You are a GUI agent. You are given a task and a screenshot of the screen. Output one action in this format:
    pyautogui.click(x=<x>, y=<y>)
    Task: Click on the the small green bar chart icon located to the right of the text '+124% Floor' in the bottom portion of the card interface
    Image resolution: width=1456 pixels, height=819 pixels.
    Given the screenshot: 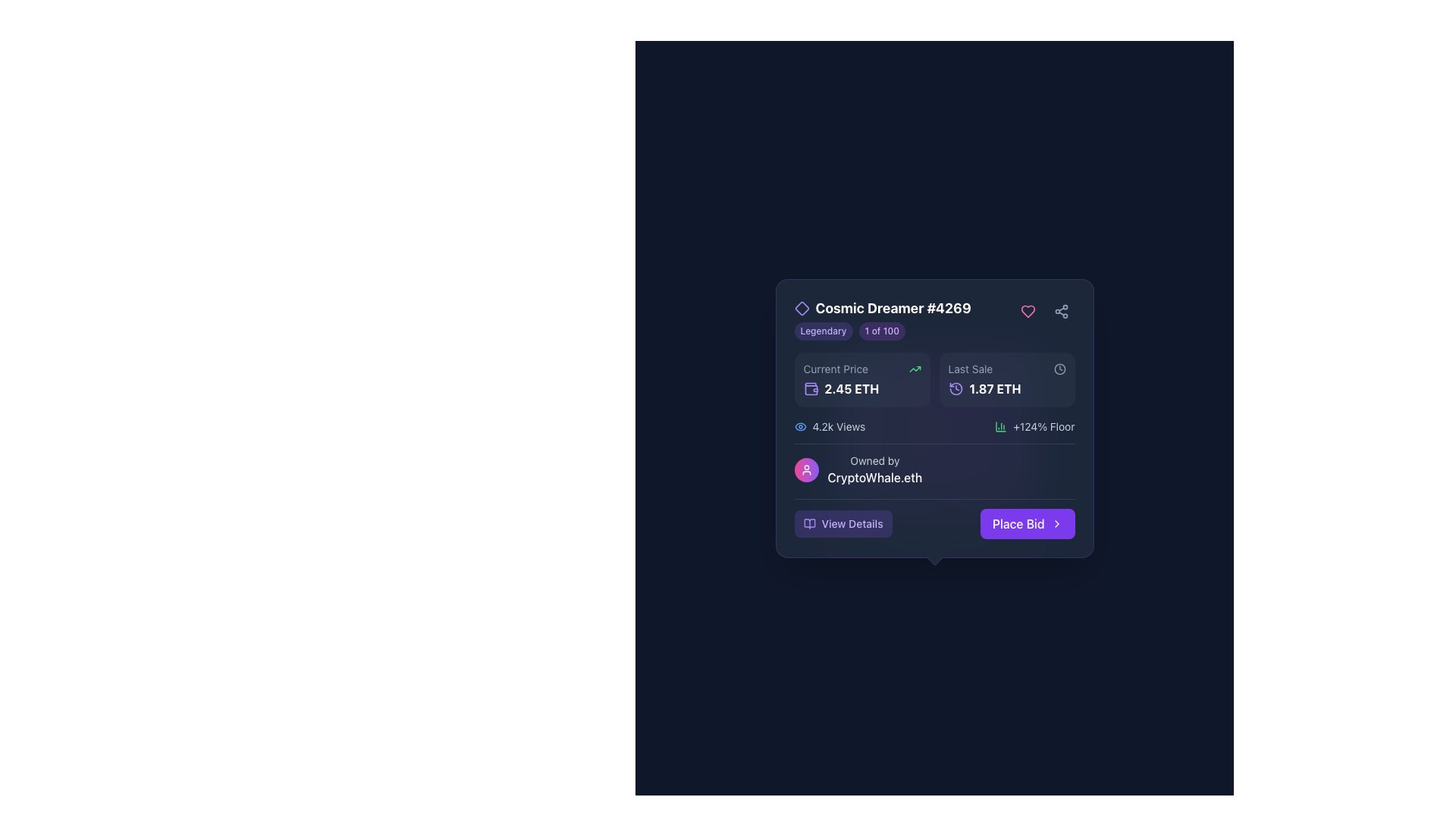 What is the action you would take?
    pyautogui.click(x=1001, y=427)
    